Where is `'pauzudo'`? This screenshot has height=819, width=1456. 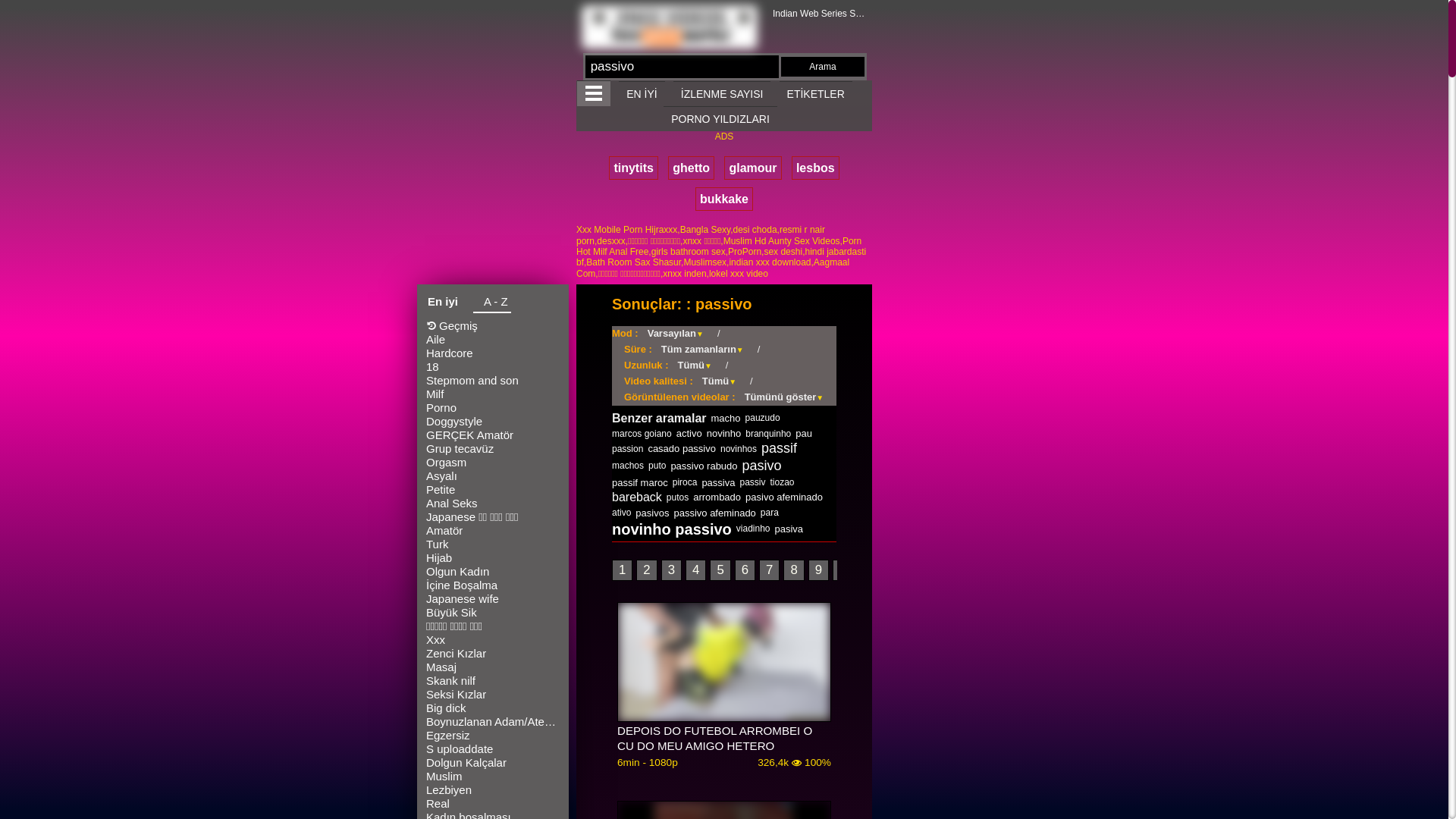 'pauzudo' is located at coordinates (763, 418).